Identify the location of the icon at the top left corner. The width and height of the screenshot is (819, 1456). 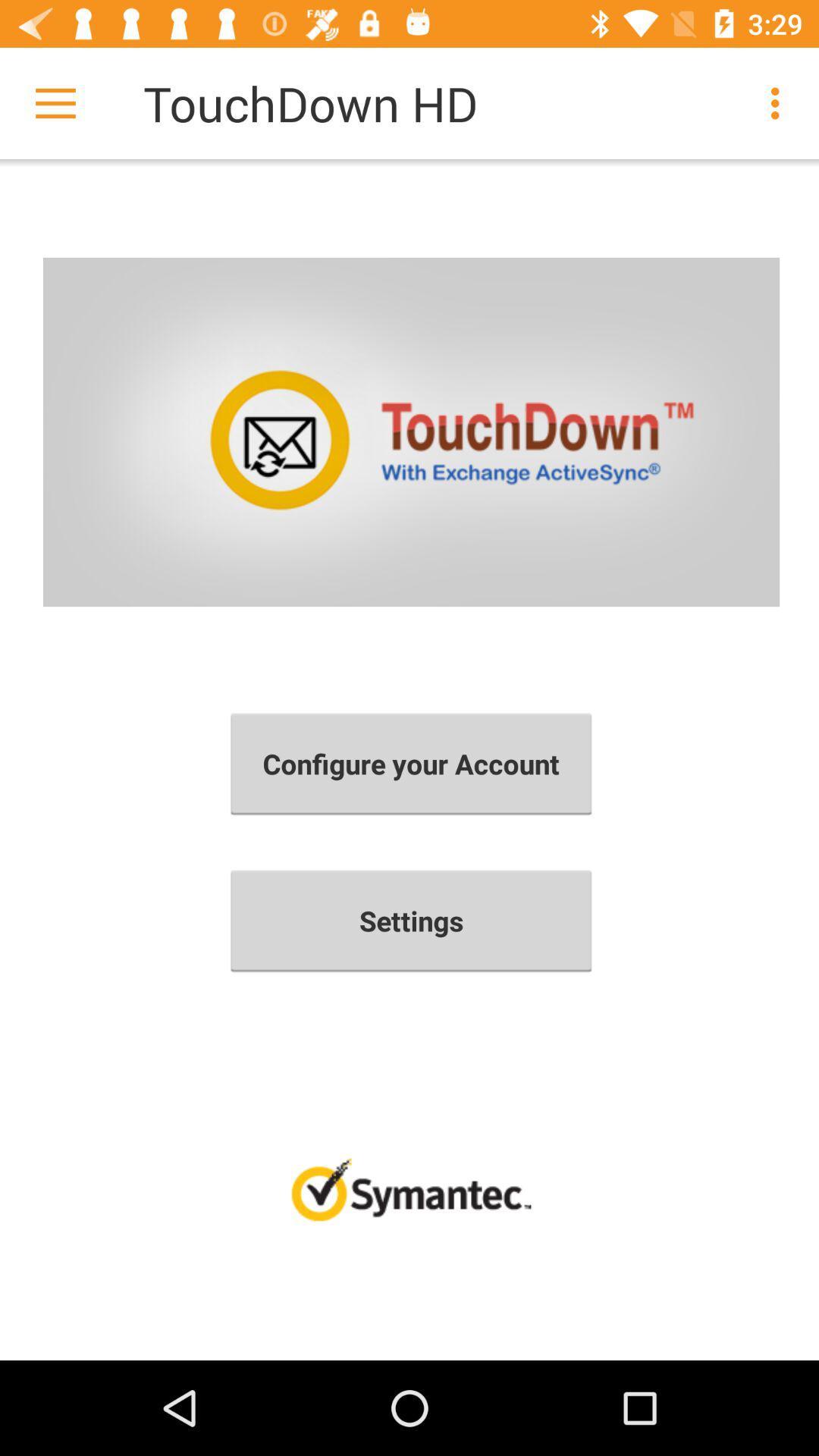
(55, 102).